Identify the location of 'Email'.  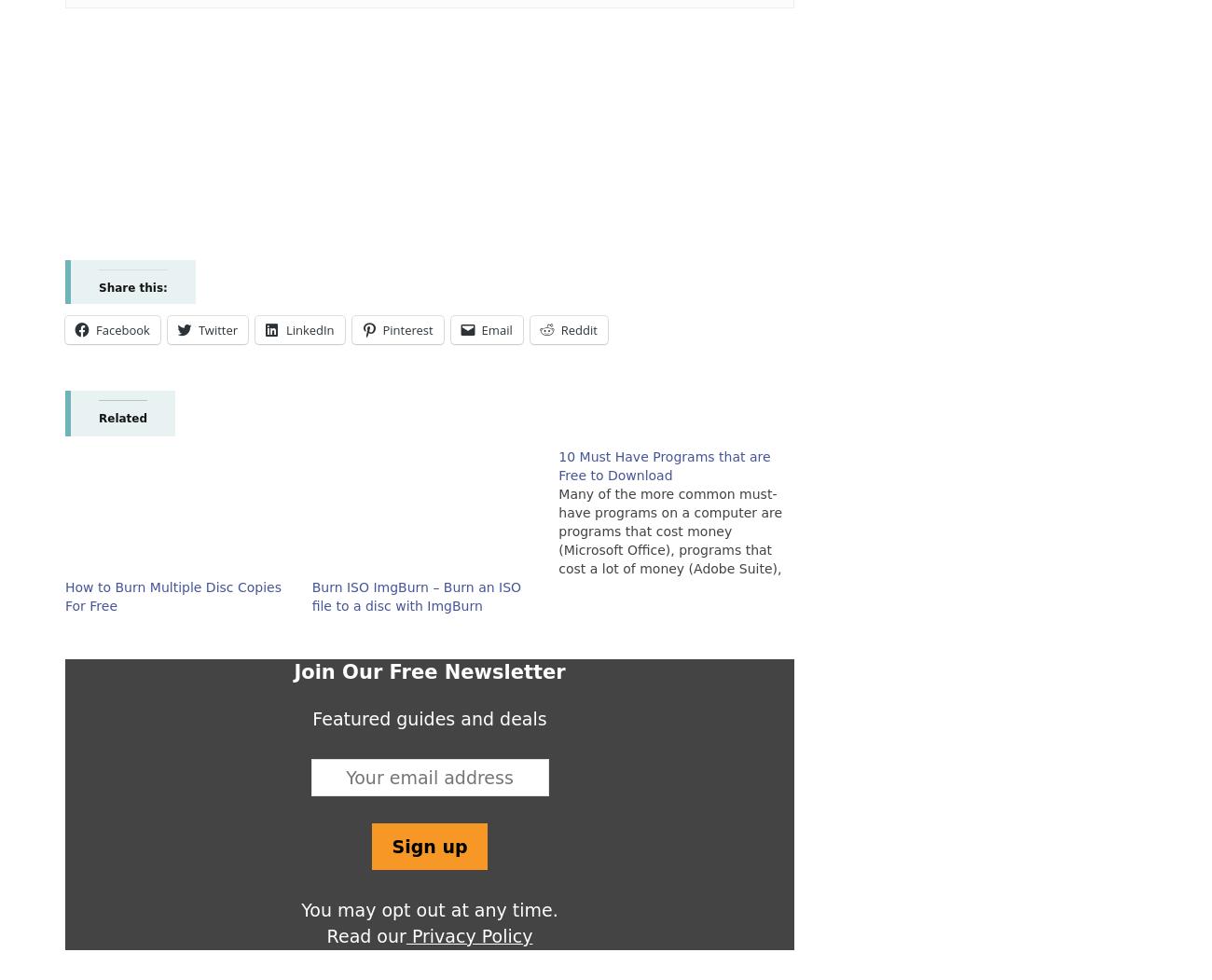
(496, 329).